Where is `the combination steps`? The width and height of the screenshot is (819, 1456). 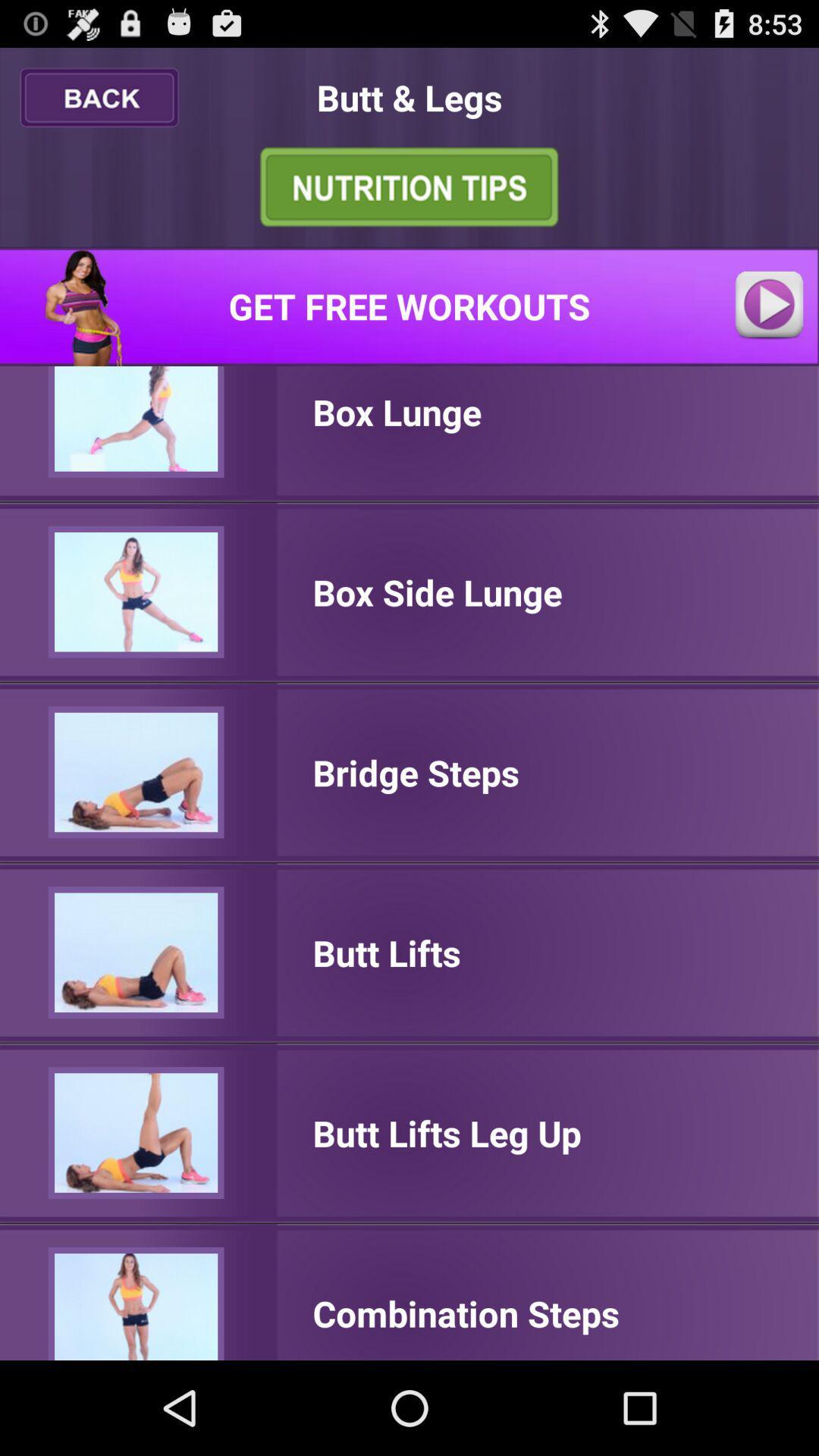 the combination steps is located at coordinates (465, 1313).